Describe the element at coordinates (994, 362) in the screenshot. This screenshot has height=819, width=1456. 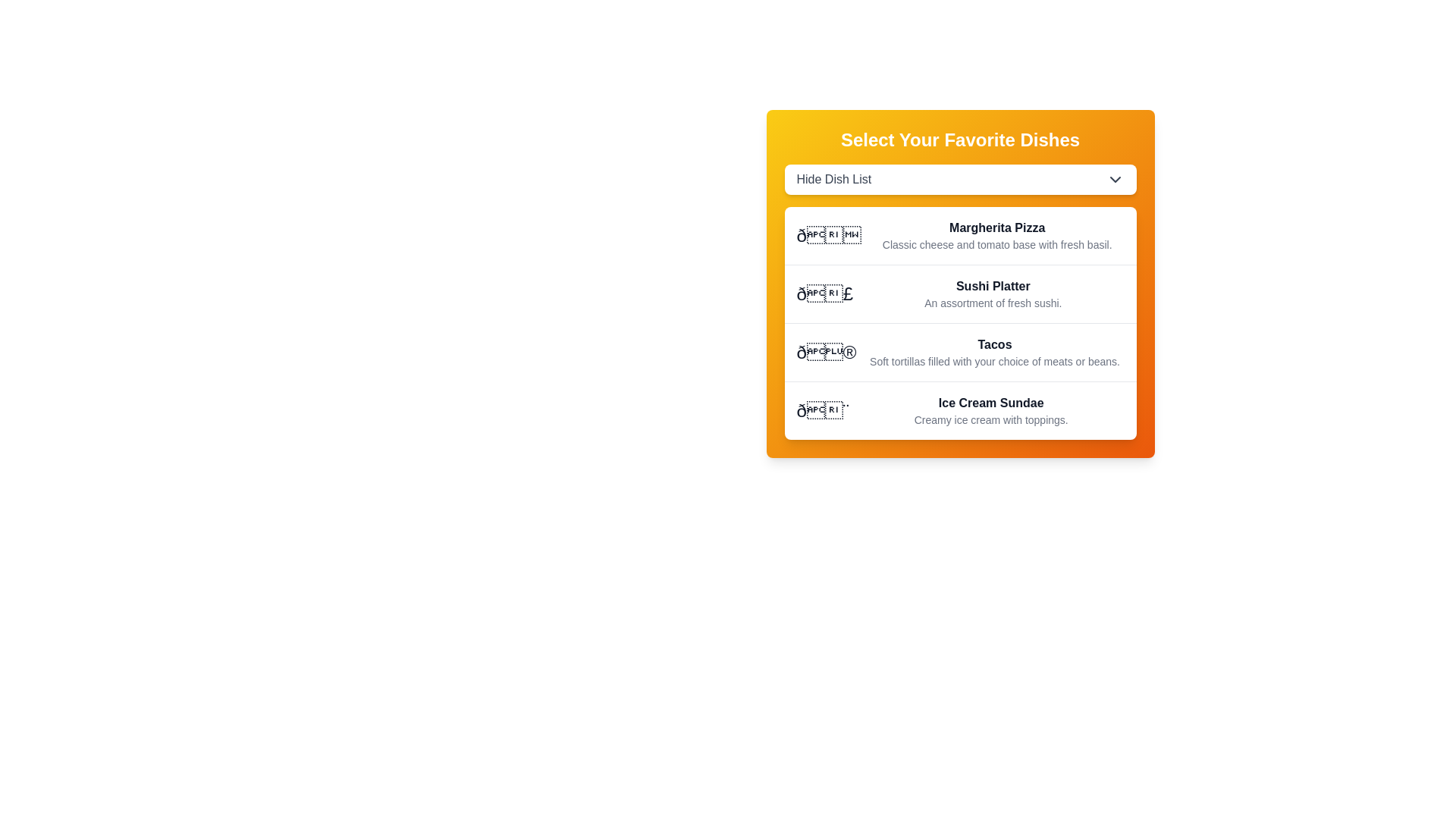
I see `text label component that reads 'Soft tortillas filled with your choice of meats or beans.' which is styled in a smaller font size and appears in a lighter gray color, positioned below the bold title 'Tacos.'` at that location.